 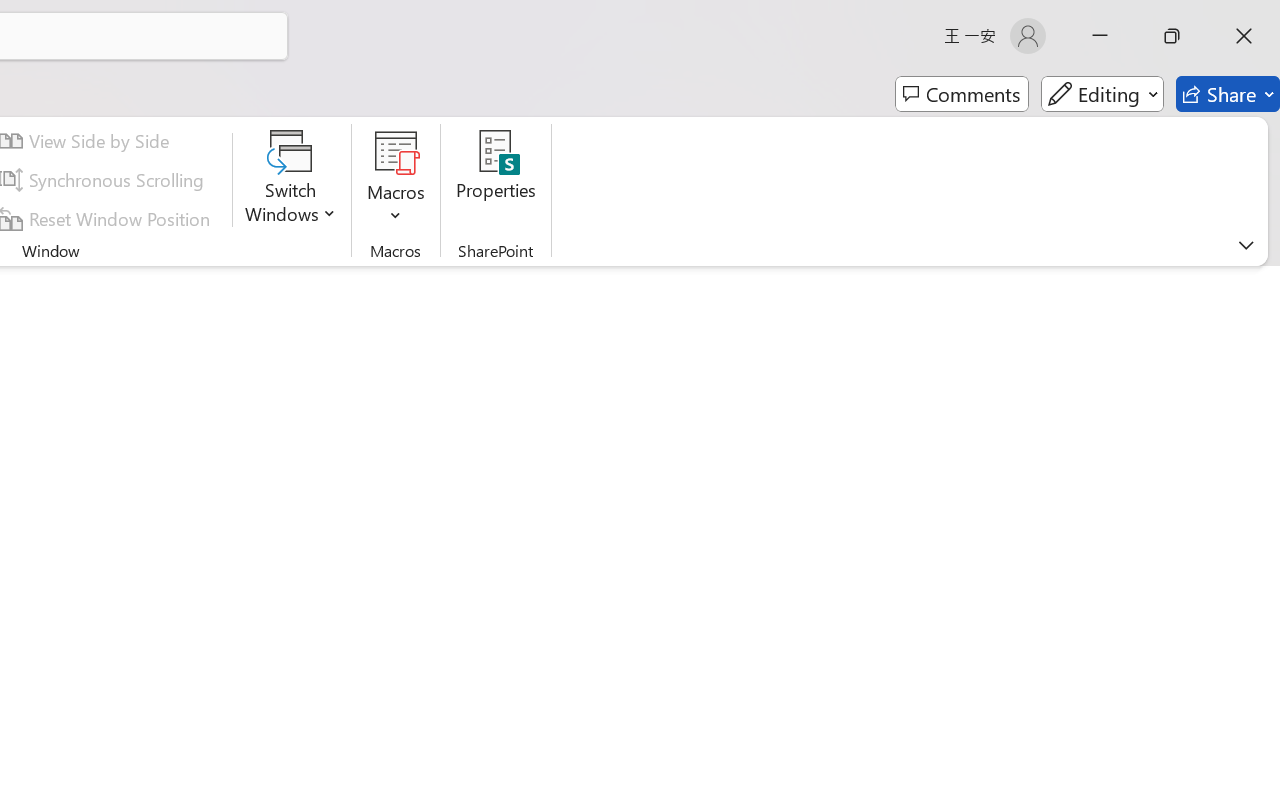 I want to click on 'Editing', so click(x=1101, y=94).